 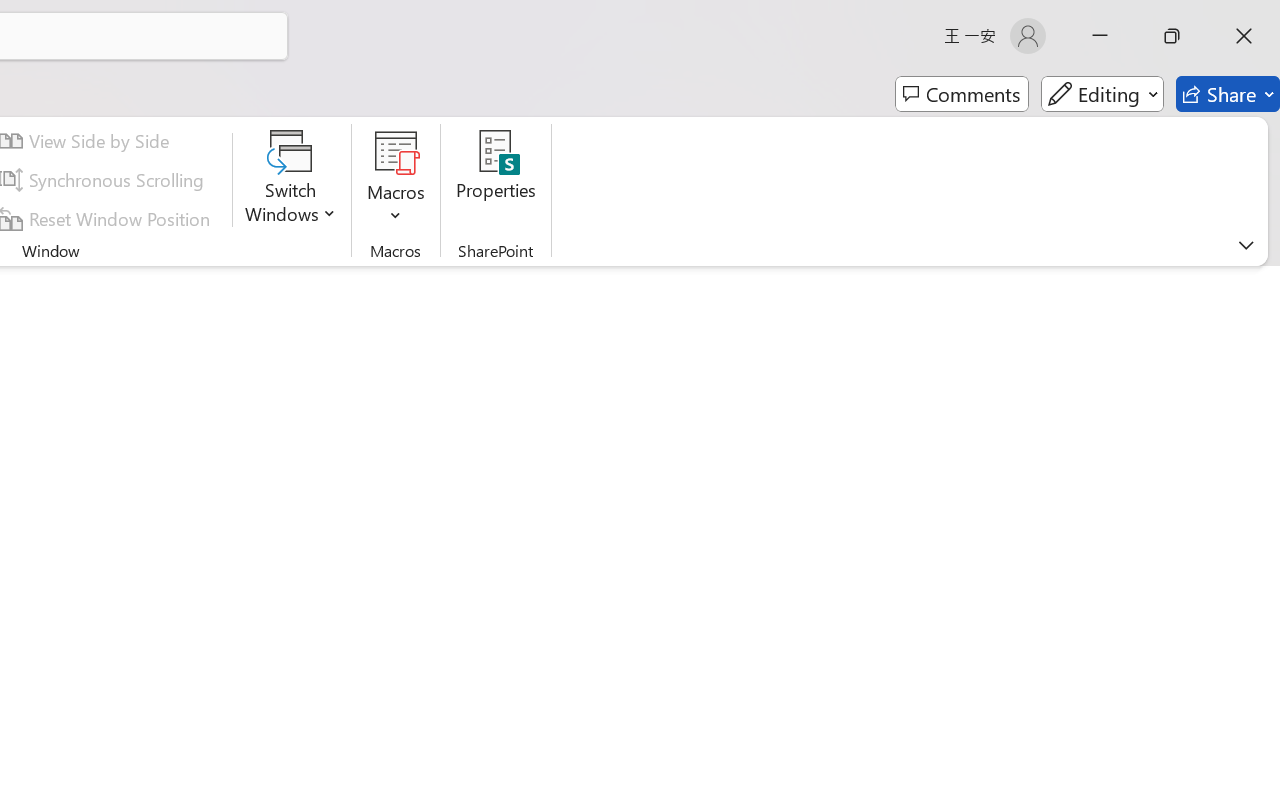 I want to click on 'Editing', so click(x=1101, y=94).